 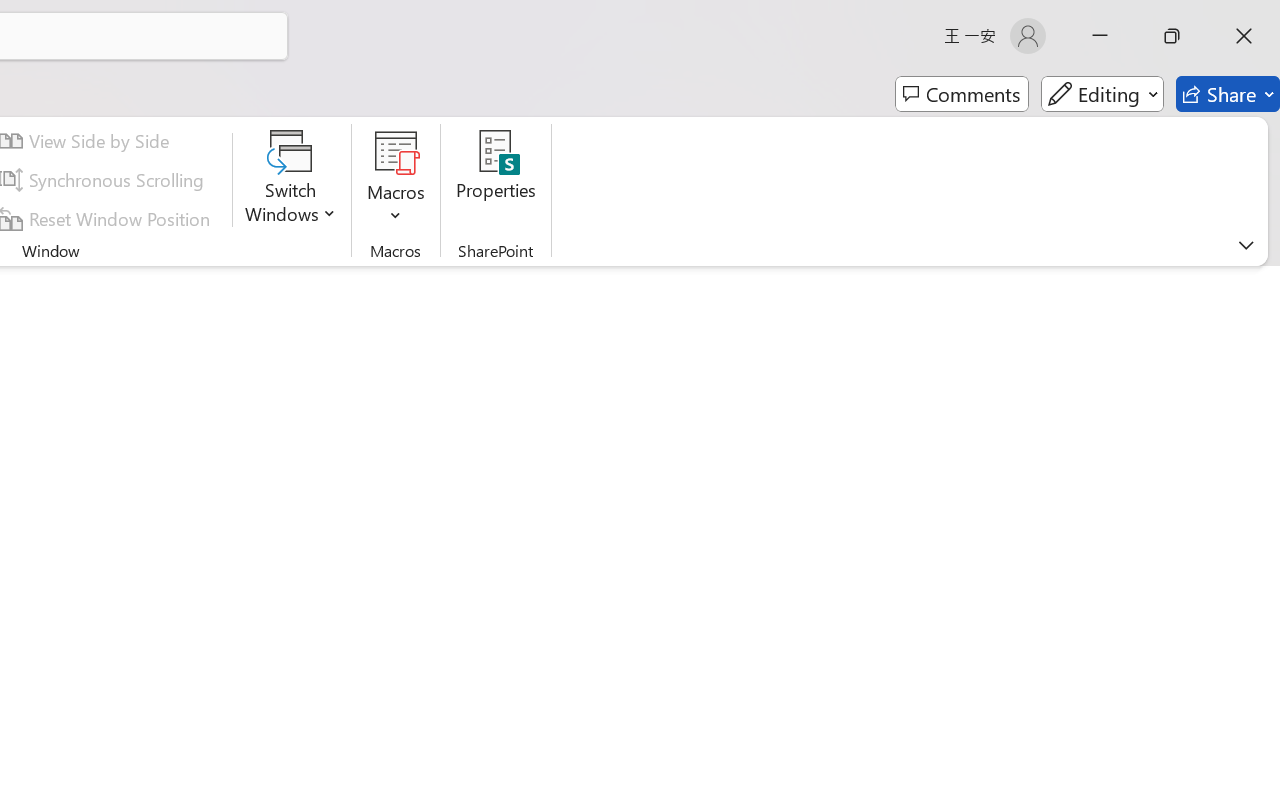 I want to click on 'Editing', so click(x=1101, y=94).